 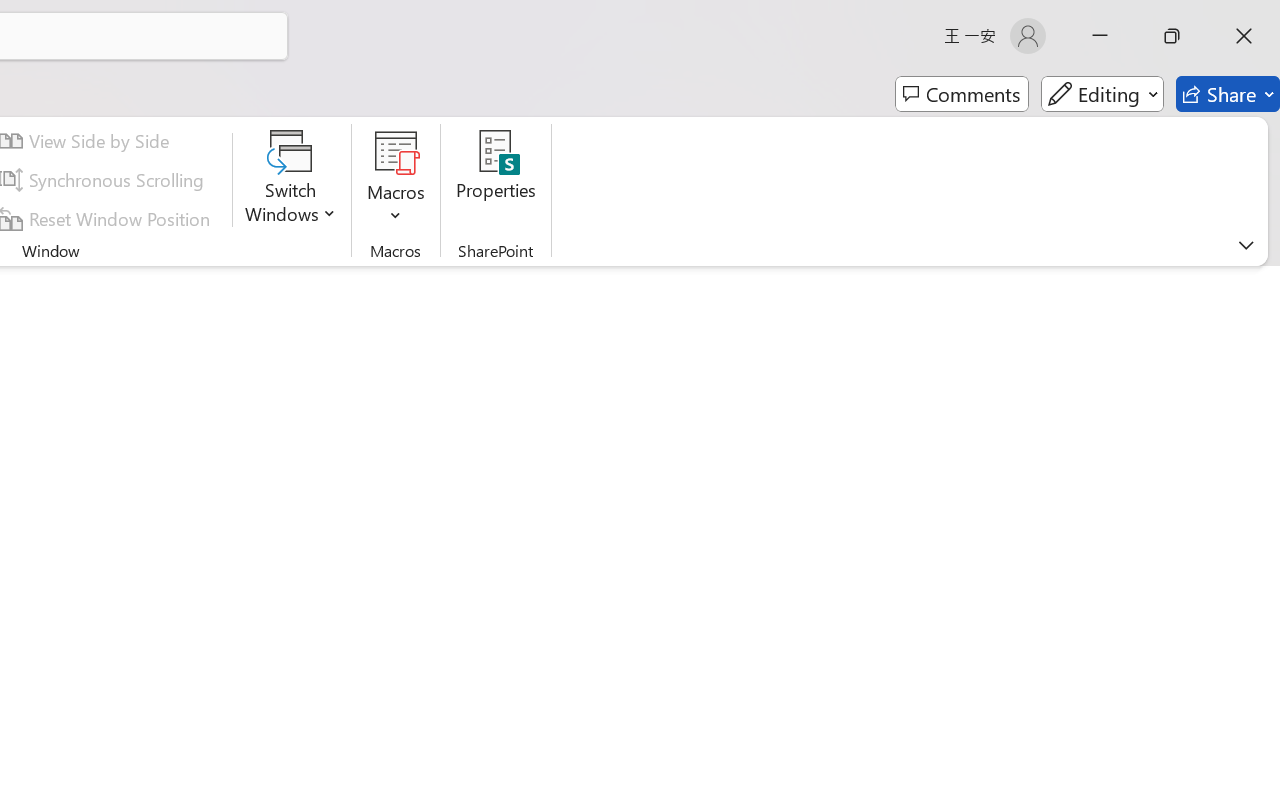 I want to click on 'Editing', so click(x=1101, y=94).